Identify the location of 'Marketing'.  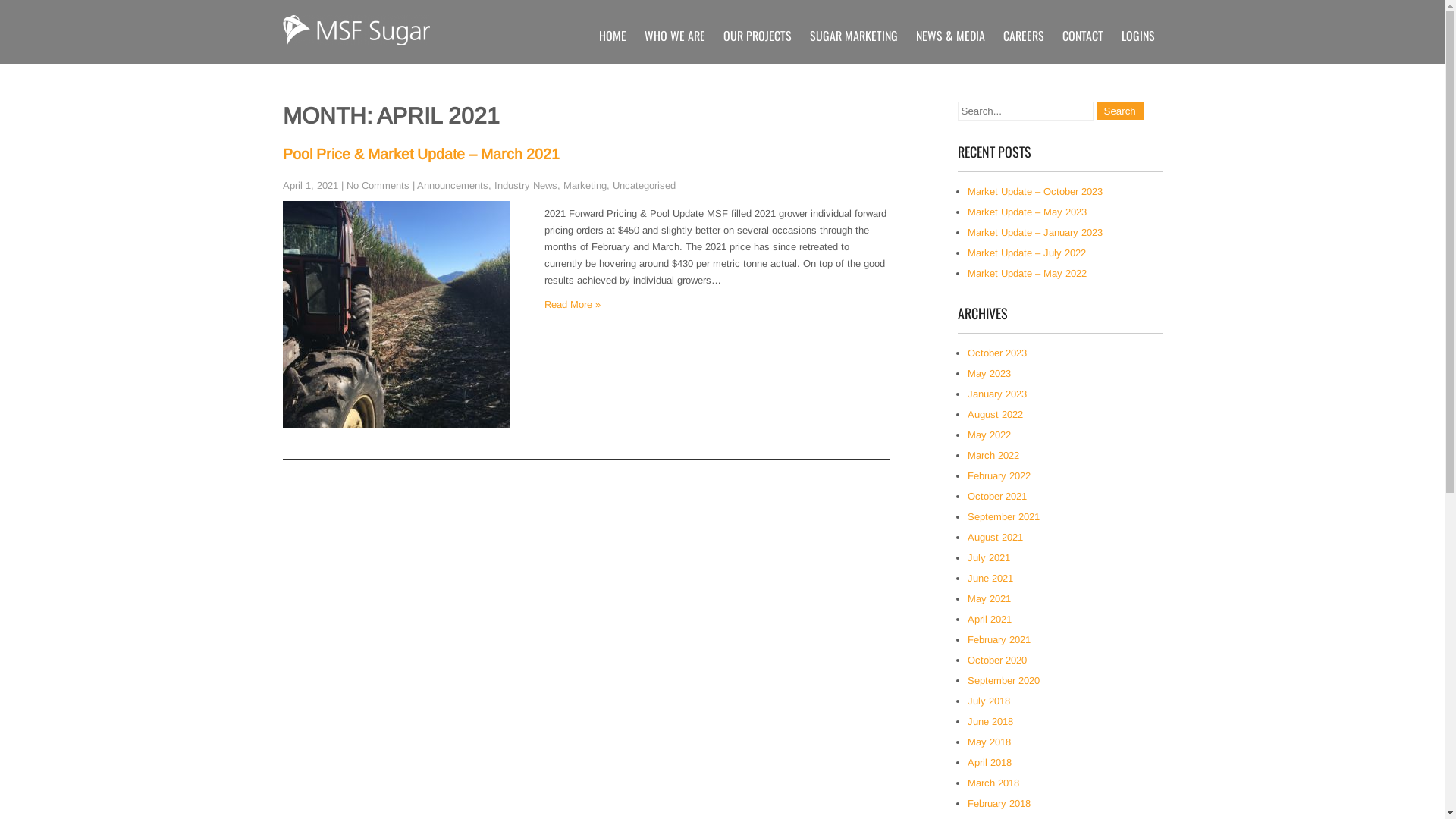
(562, 184).